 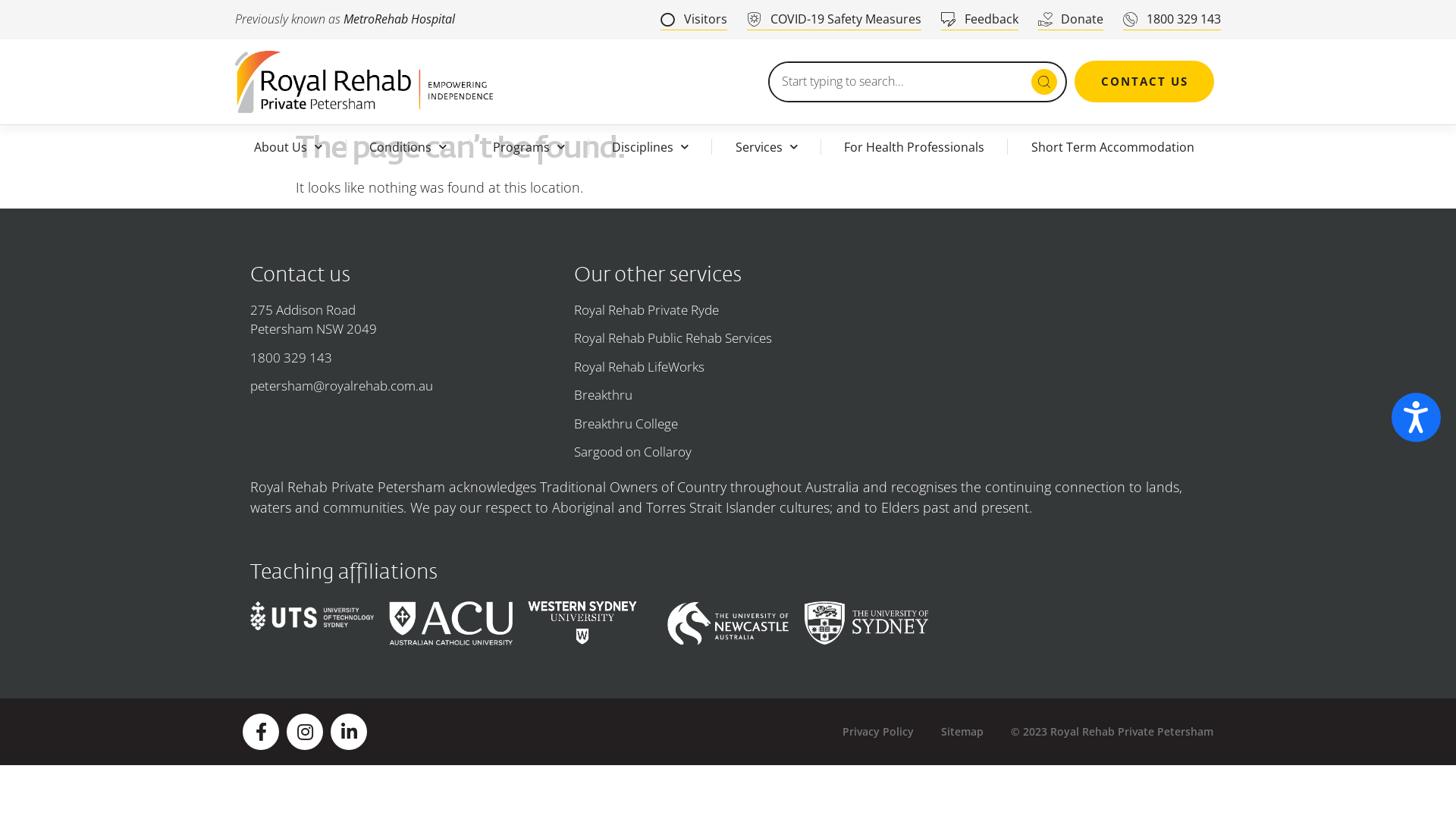 What do you see at coordinates (1144, 81) in the screenshot?
I see `'CONTACT US'` at bounding box center [1144, 81].